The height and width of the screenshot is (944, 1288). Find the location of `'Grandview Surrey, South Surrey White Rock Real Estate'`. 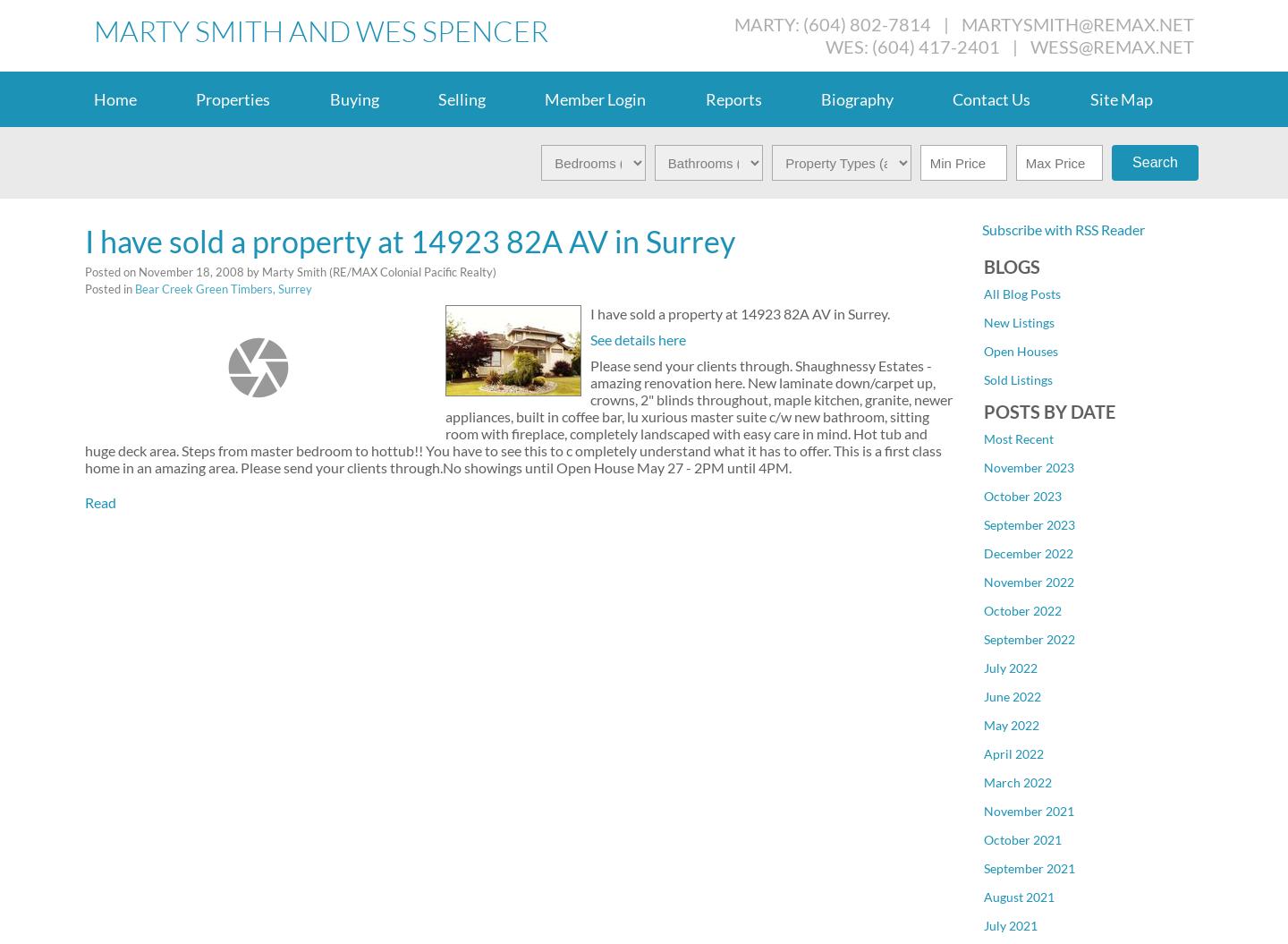

'Grandview Surrey, South Surrey White Rock Real Estate' is located at coordinates (983, 588).